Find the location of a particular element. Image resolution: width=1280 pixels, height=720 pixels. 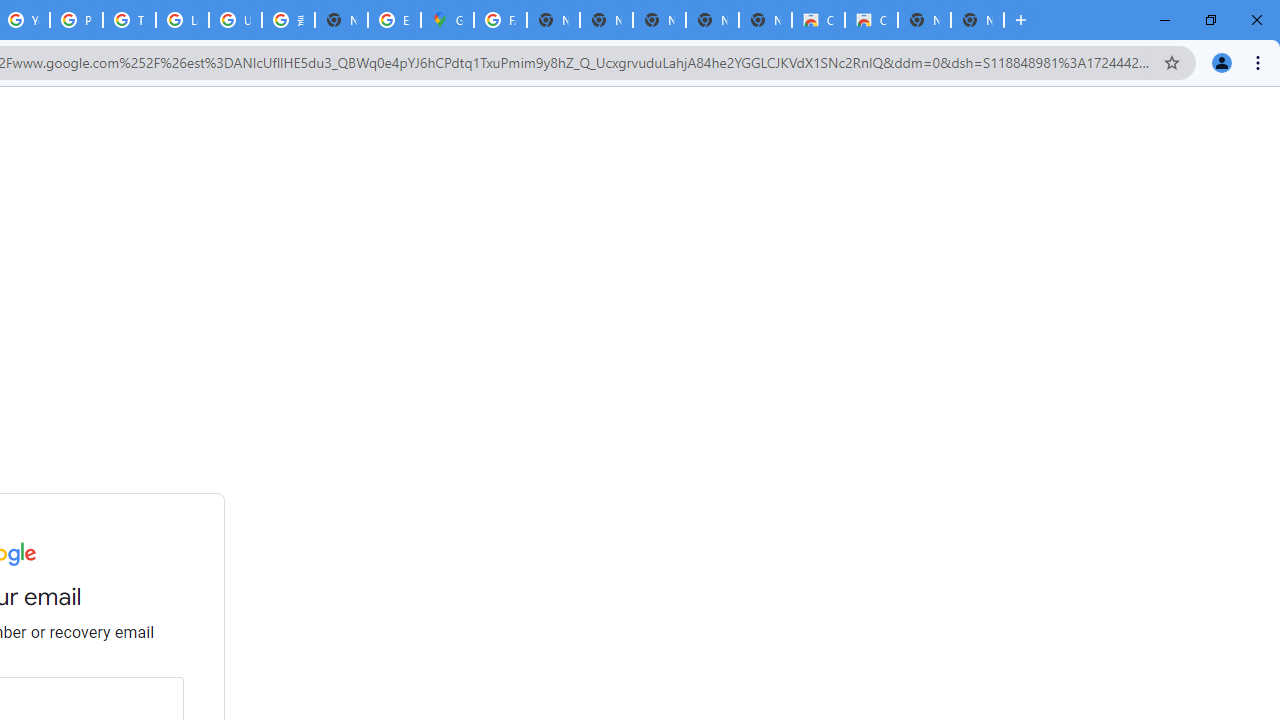

'Explore new street-level details - Google Maps Help' is located at coordinates (394, 20).